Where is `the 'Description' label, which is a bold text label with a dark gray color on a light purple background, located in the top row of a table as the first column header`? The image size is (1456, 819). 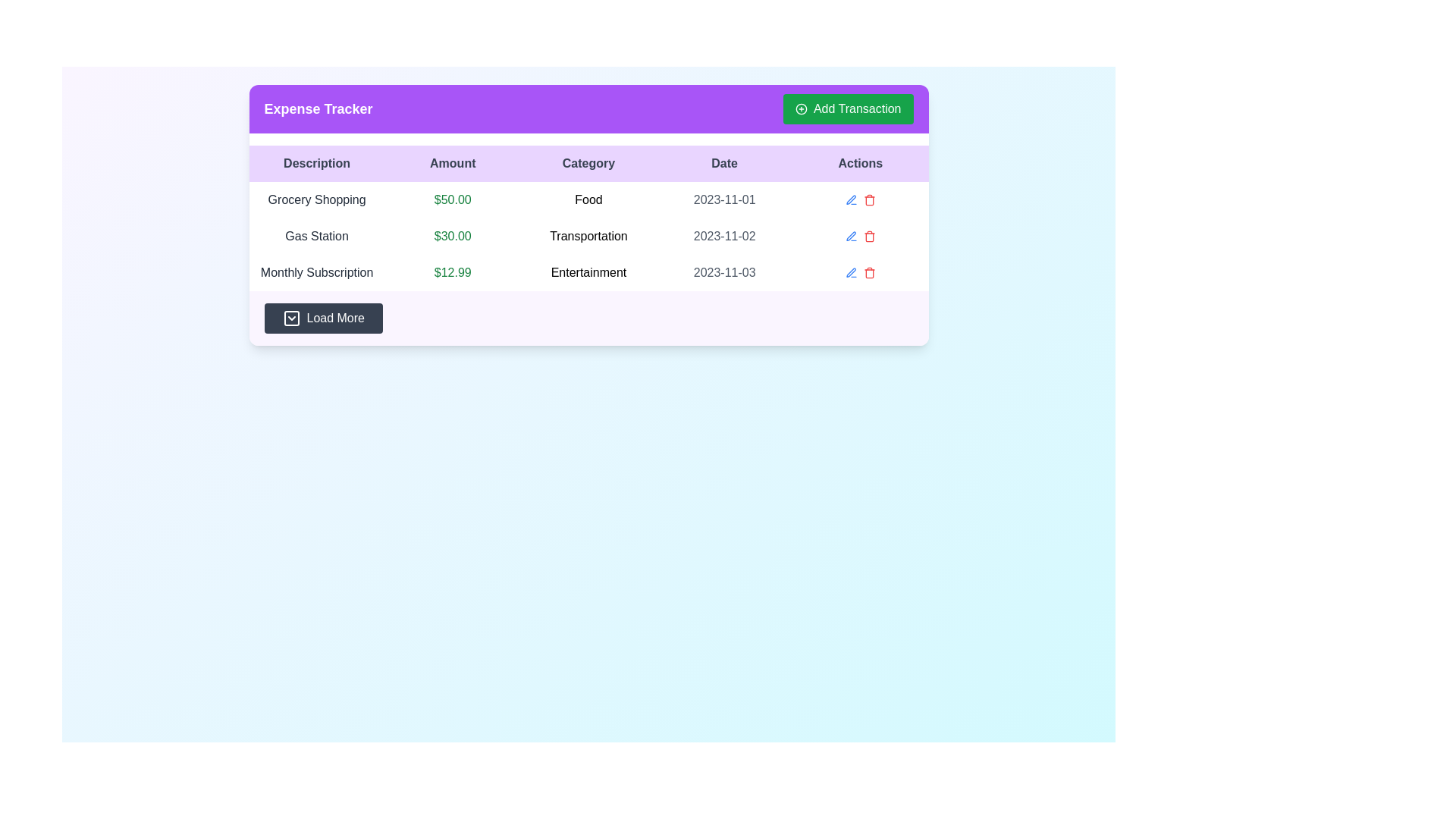 the 'Description' label, which is a bold text label with a dark gray color on a light purple background, located in the top row of a table as the first column header is located at coordinates (316, 164).